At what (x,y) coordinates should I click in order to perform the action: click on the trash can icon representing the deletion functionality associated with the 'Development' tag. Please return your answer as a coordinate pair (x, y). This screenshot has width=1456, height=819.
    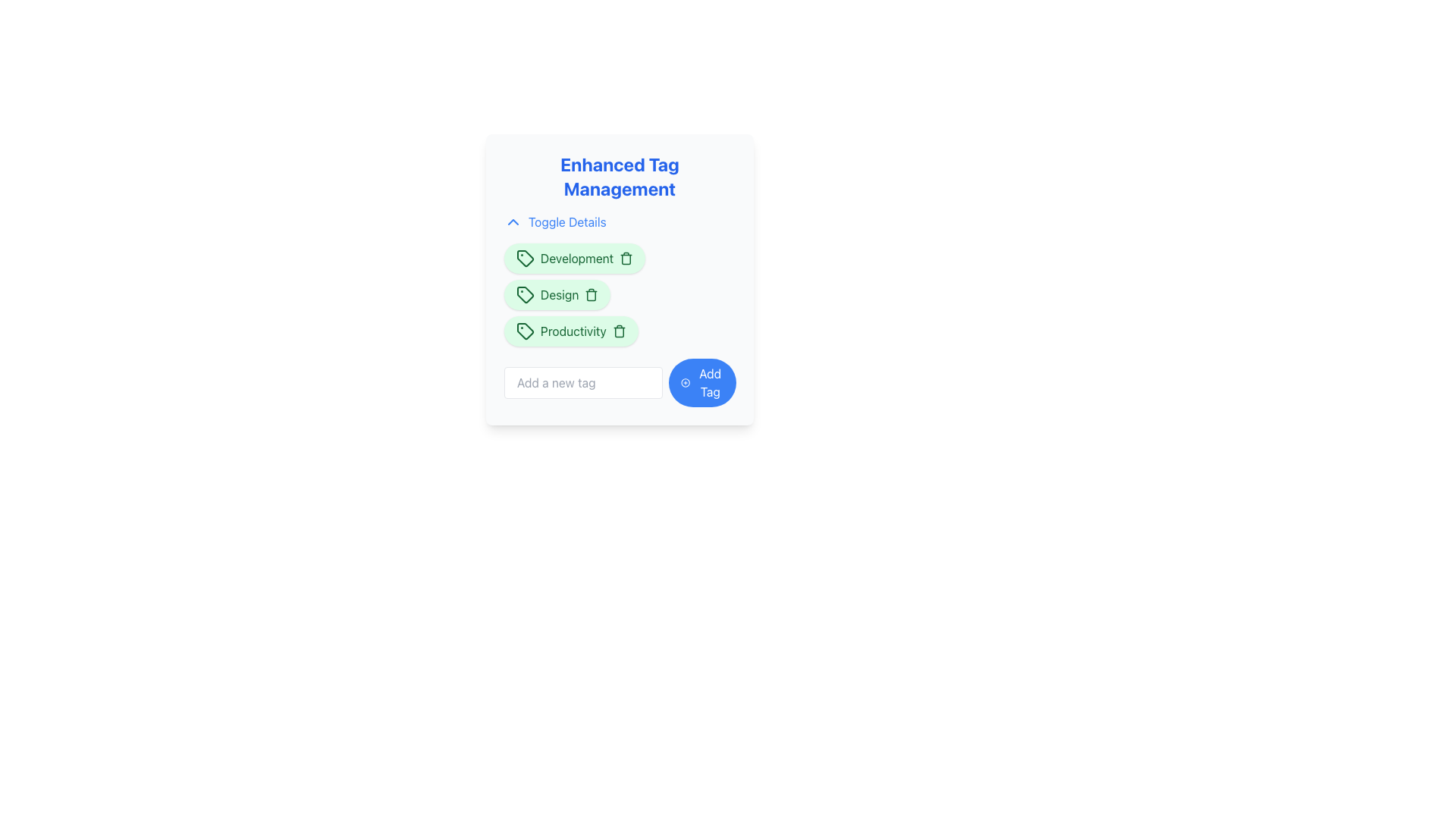
    Looking at the image, I should click on (626, 259).